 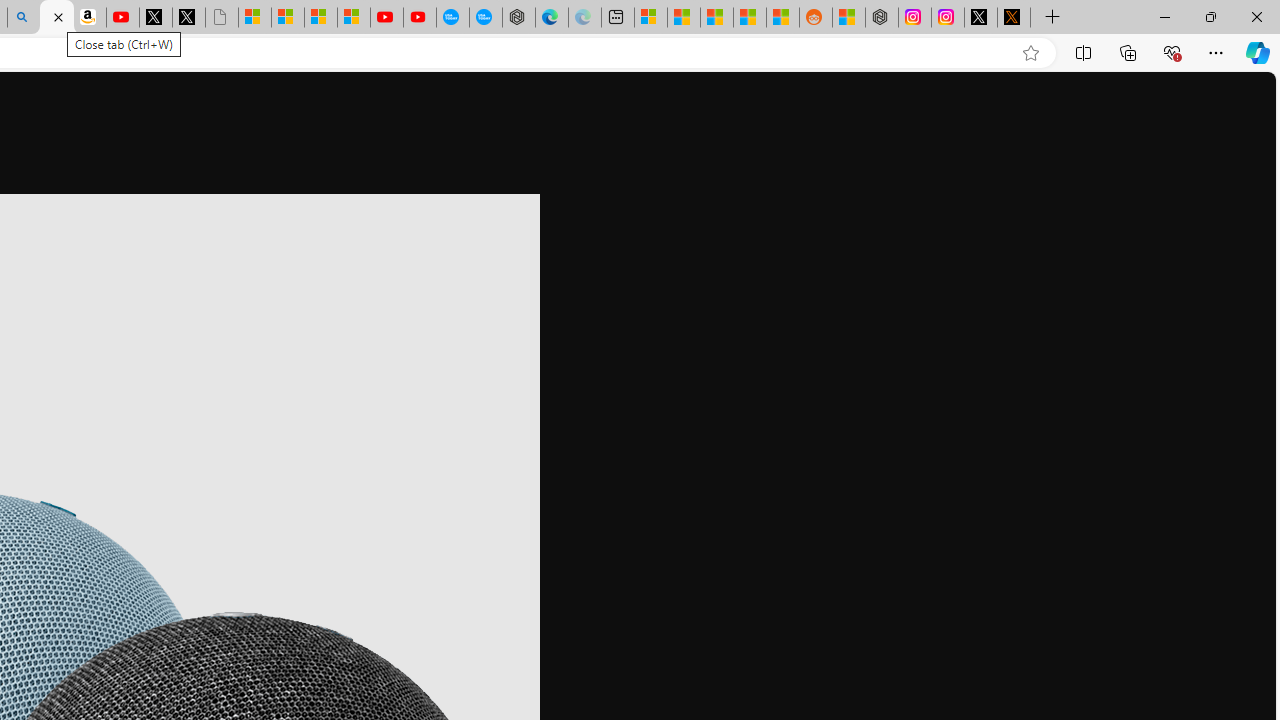 What do you see at coordinates (419, 17) in the screenshot?
I see `'YouTube Kids - An App Created for Kids to Explore Content'` at bounding box center [419, 17].